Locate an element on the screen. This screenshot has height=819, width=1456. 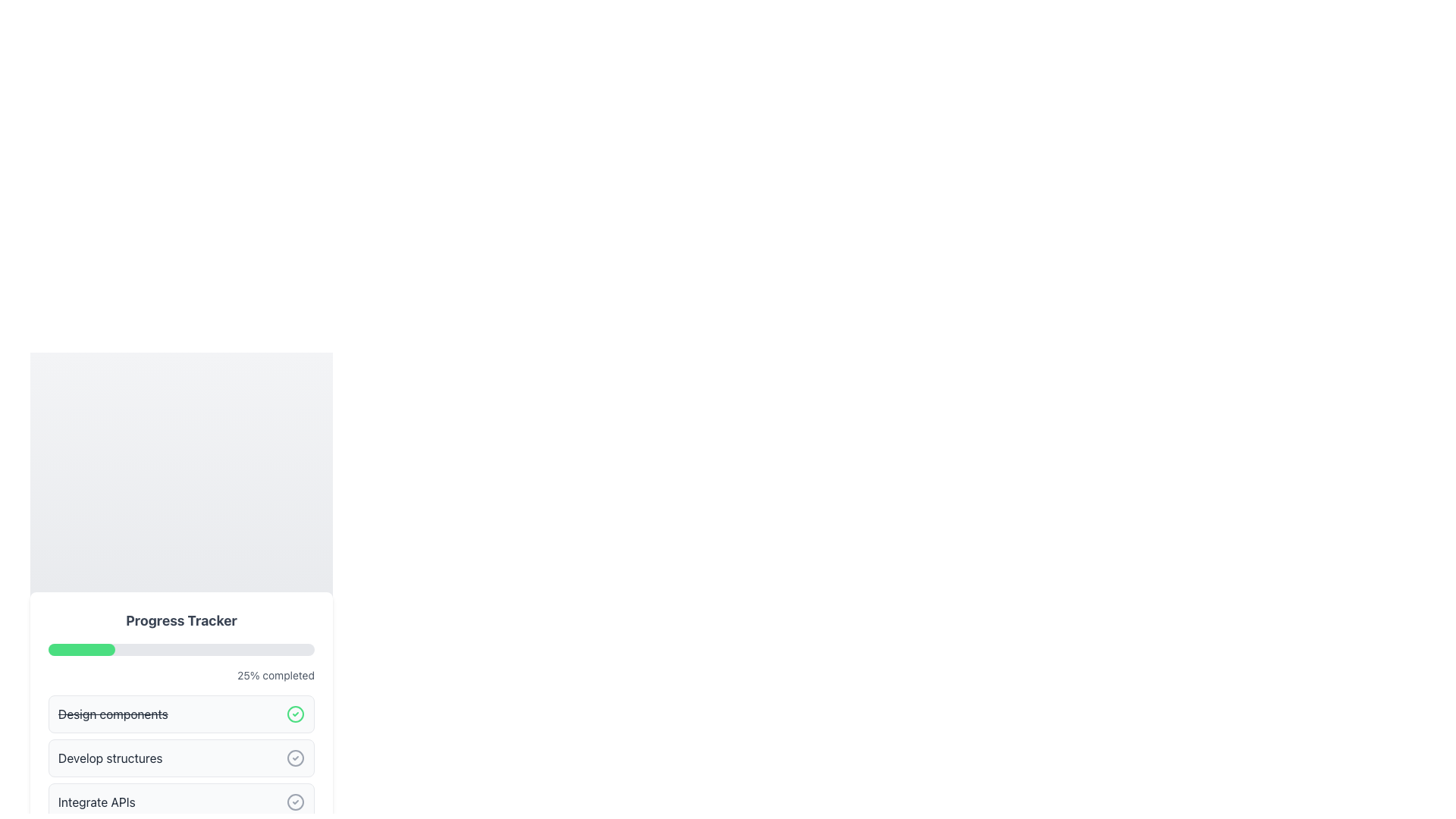
the text label displaying 'Design components' with a strike-through style in the Progress Tracker section to indicate its completion or irrelevance is located at coordinates (112, 714).